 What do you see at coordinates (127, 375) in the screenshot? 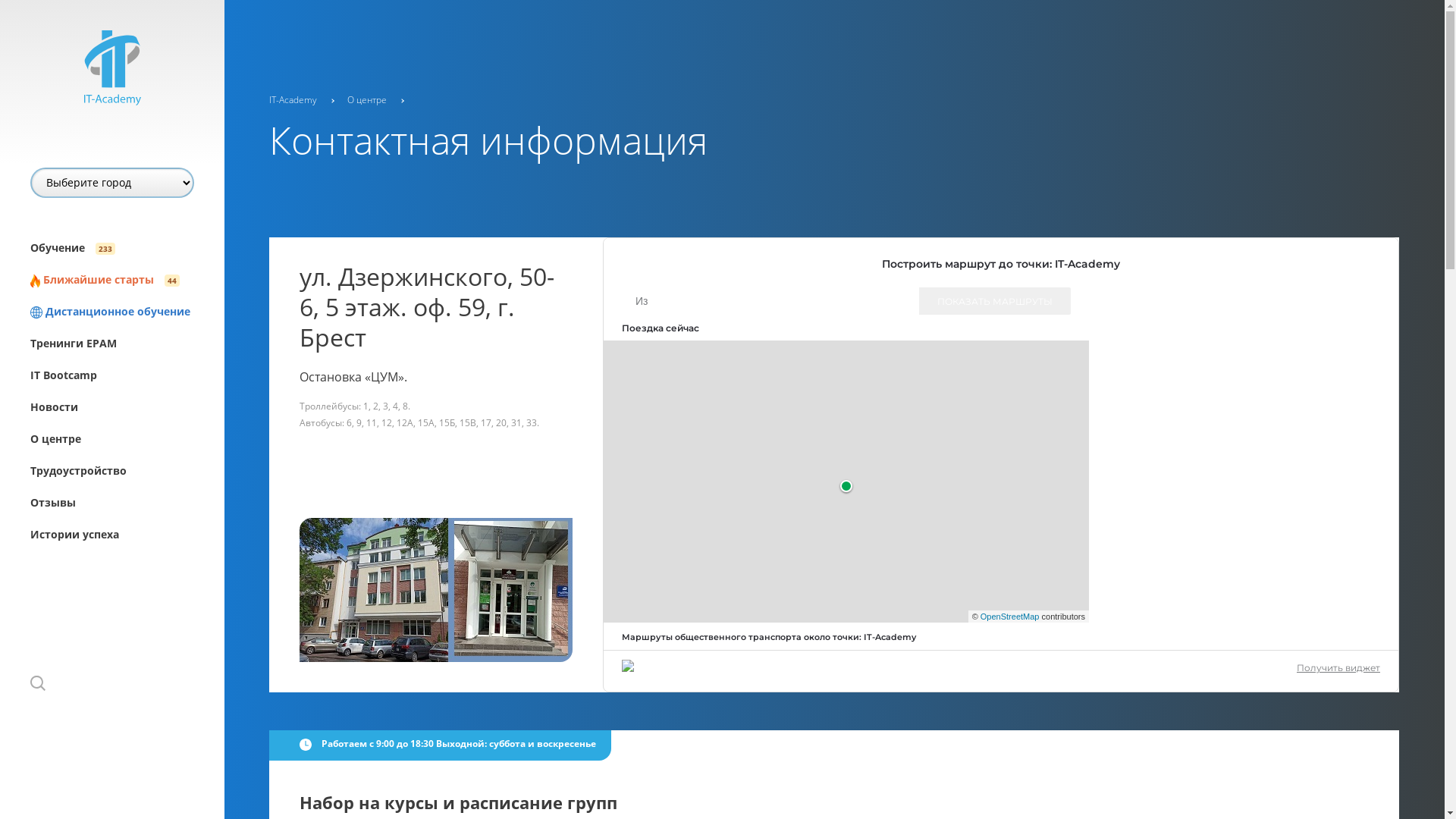
I see `'IT Bootcamp'` at bounding box center [127, 375].